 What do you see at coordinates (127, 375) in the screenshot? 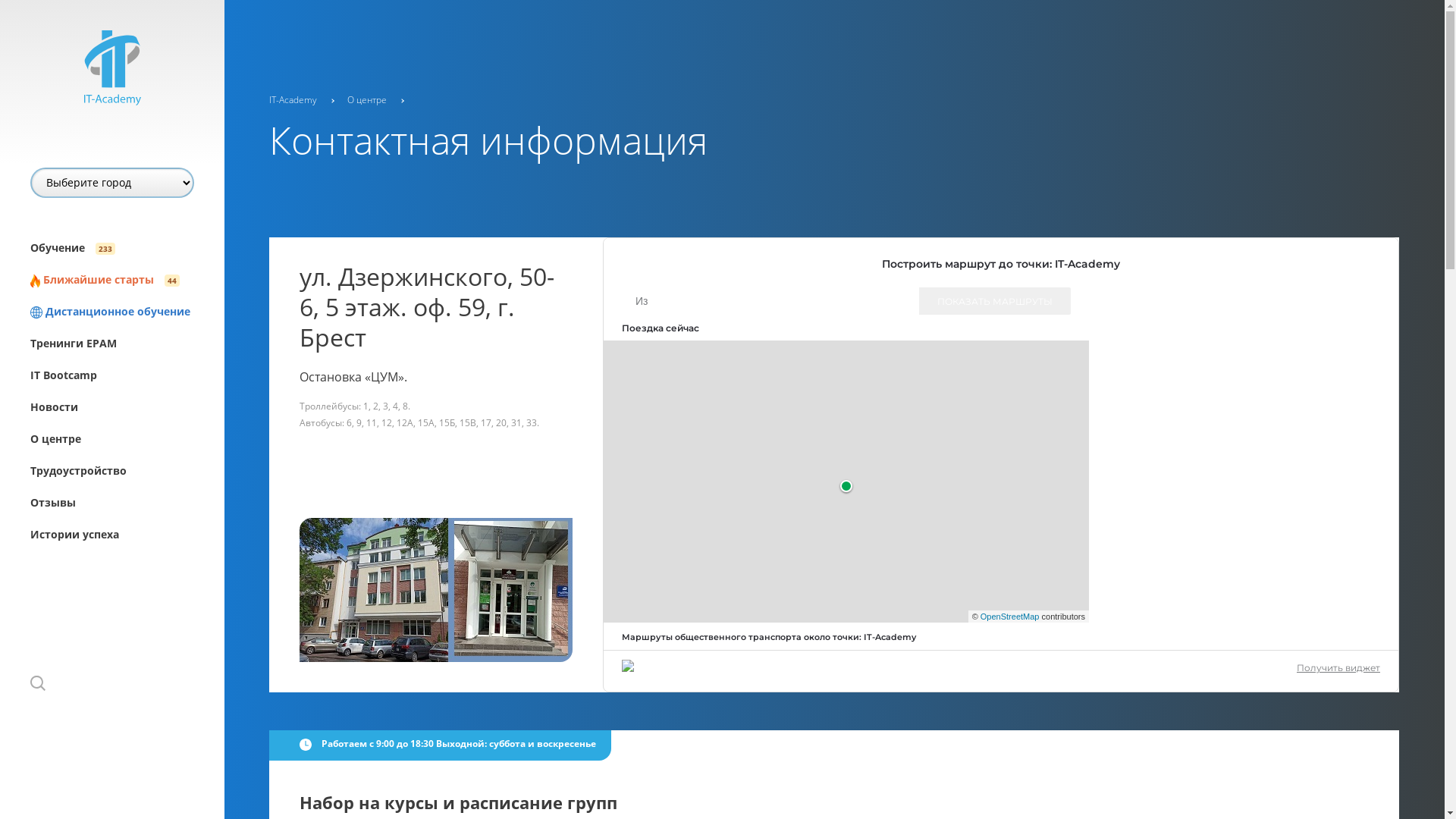
I see `'IT Bootcamp'` at bounding box center [127, 375].